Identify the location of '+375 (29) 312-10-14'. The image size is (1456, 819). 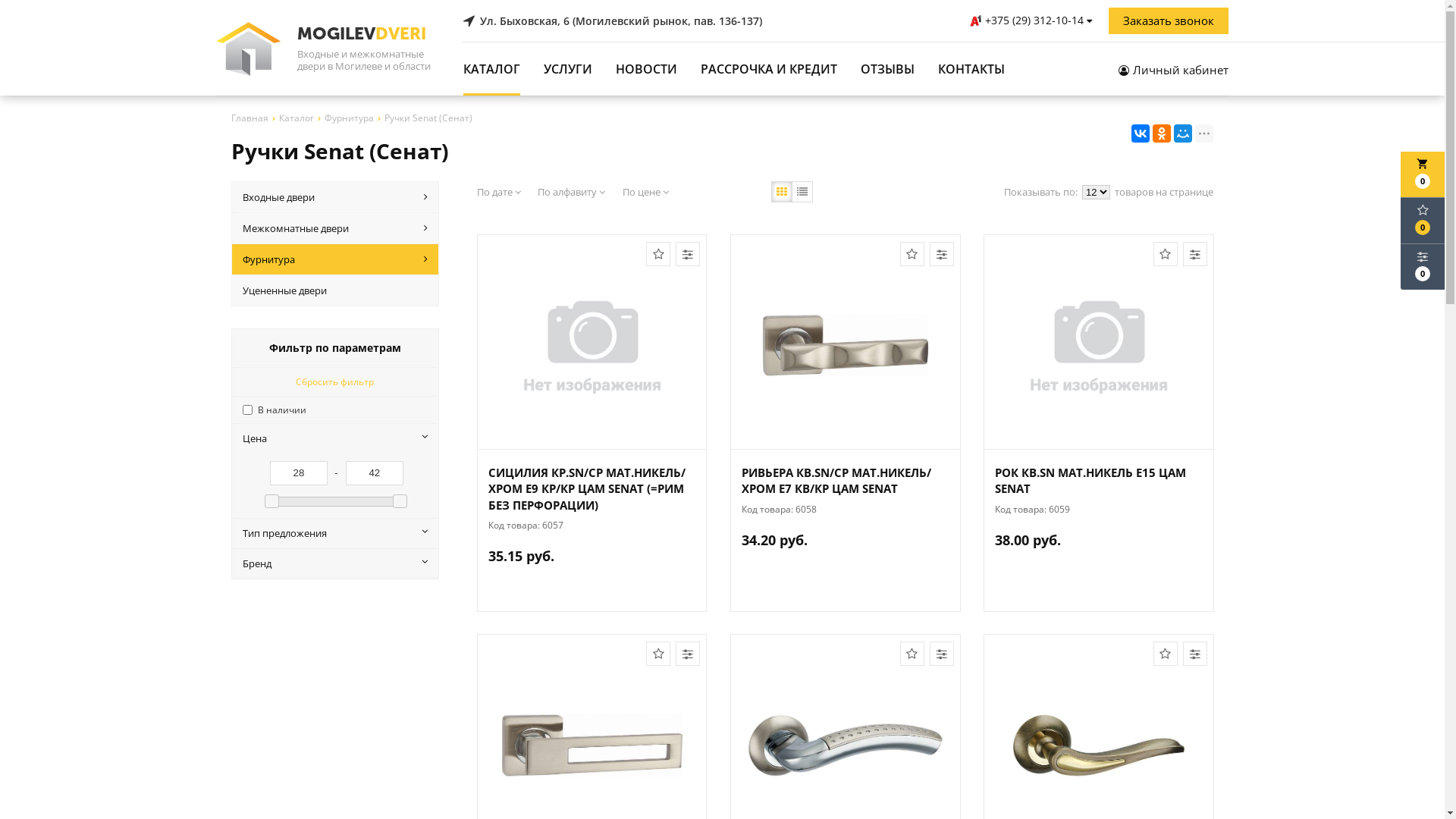
(968, 20).